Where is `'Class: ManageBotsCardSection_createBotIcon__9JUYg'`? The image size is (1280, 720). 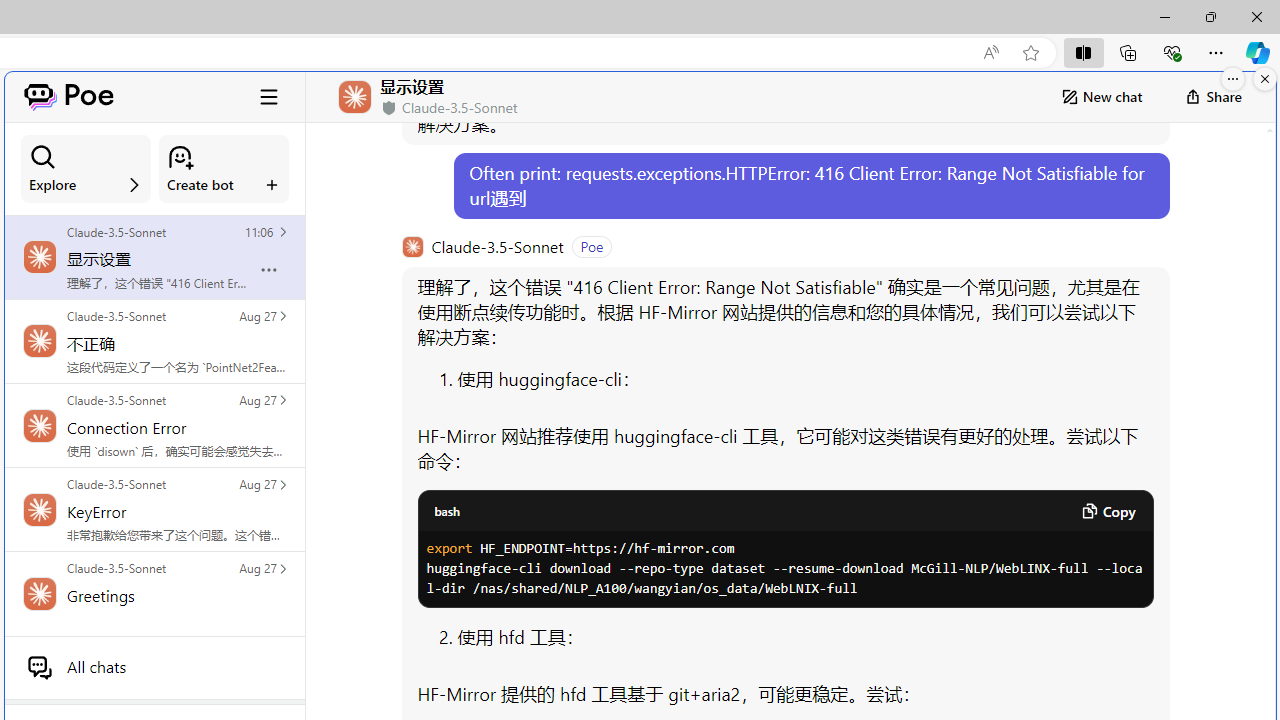
'Class: ManageBotsCardSection_createBotIcon__9JUYg' is located at coordinates (180, 156).